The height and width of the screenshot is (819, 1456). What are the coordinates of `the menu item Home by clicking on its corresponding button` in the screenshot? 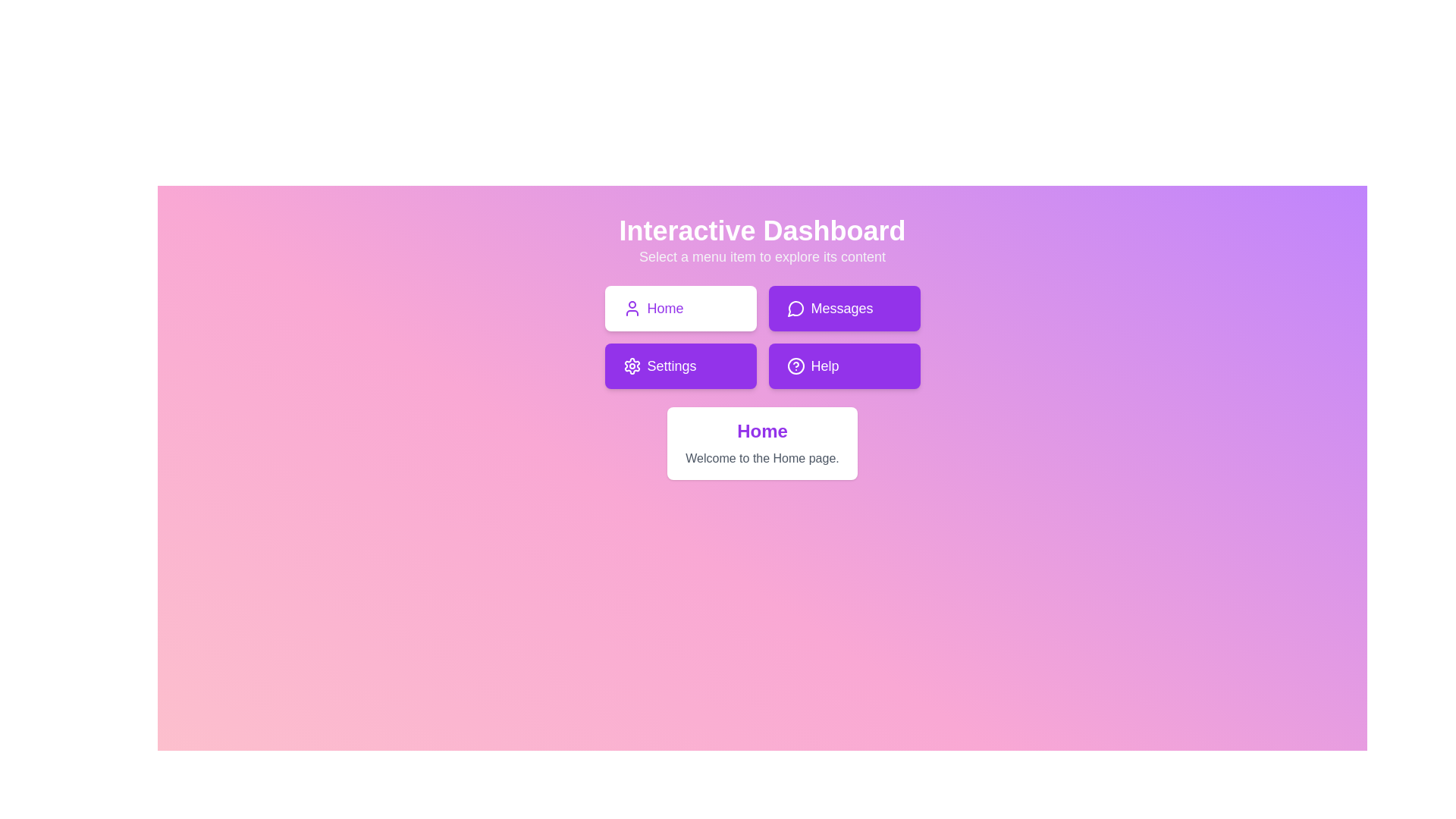 It's located at (679, 308).